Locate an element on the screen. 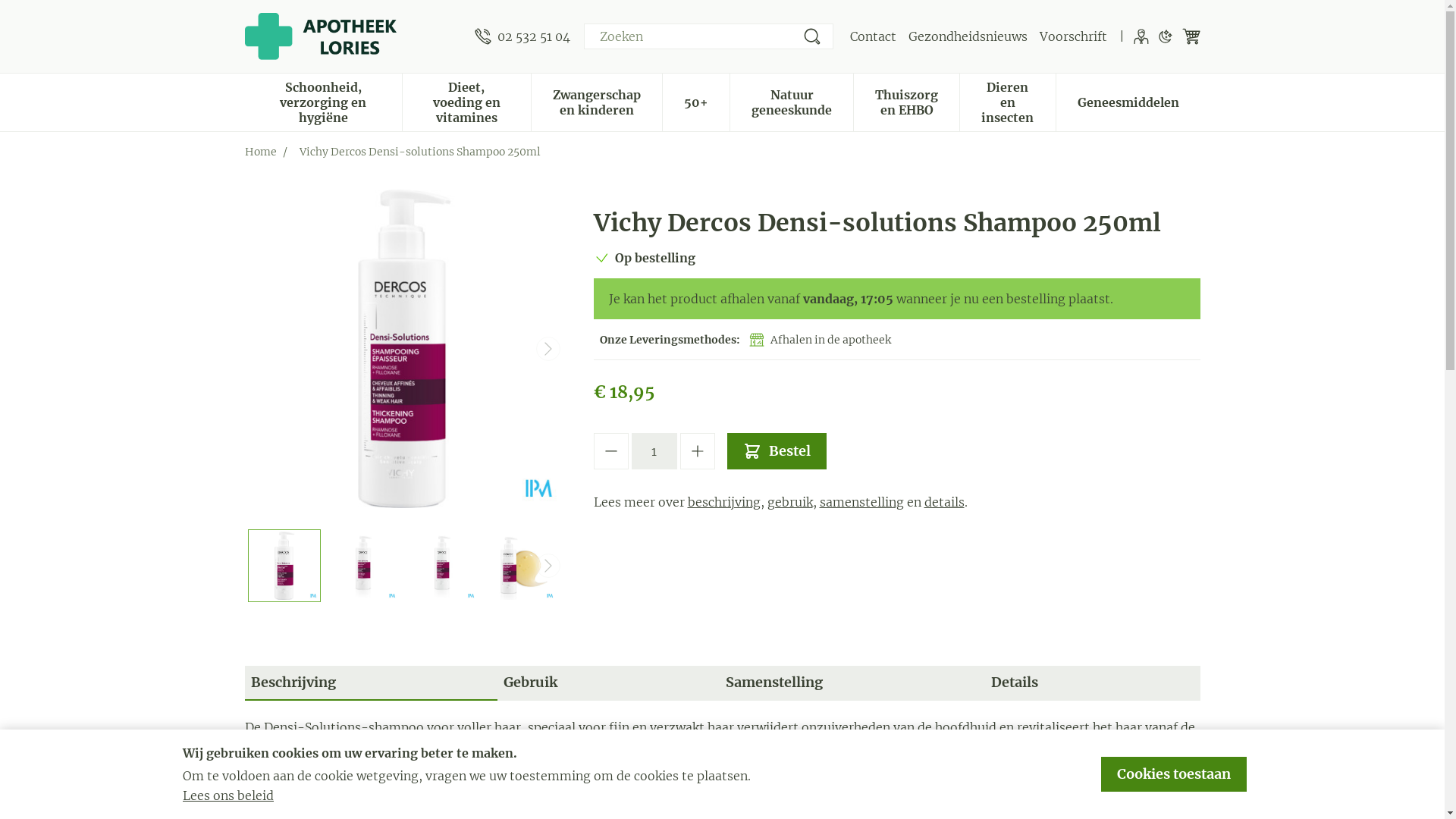  'Cookies toestaan' is located at coordinates (1100, 774).